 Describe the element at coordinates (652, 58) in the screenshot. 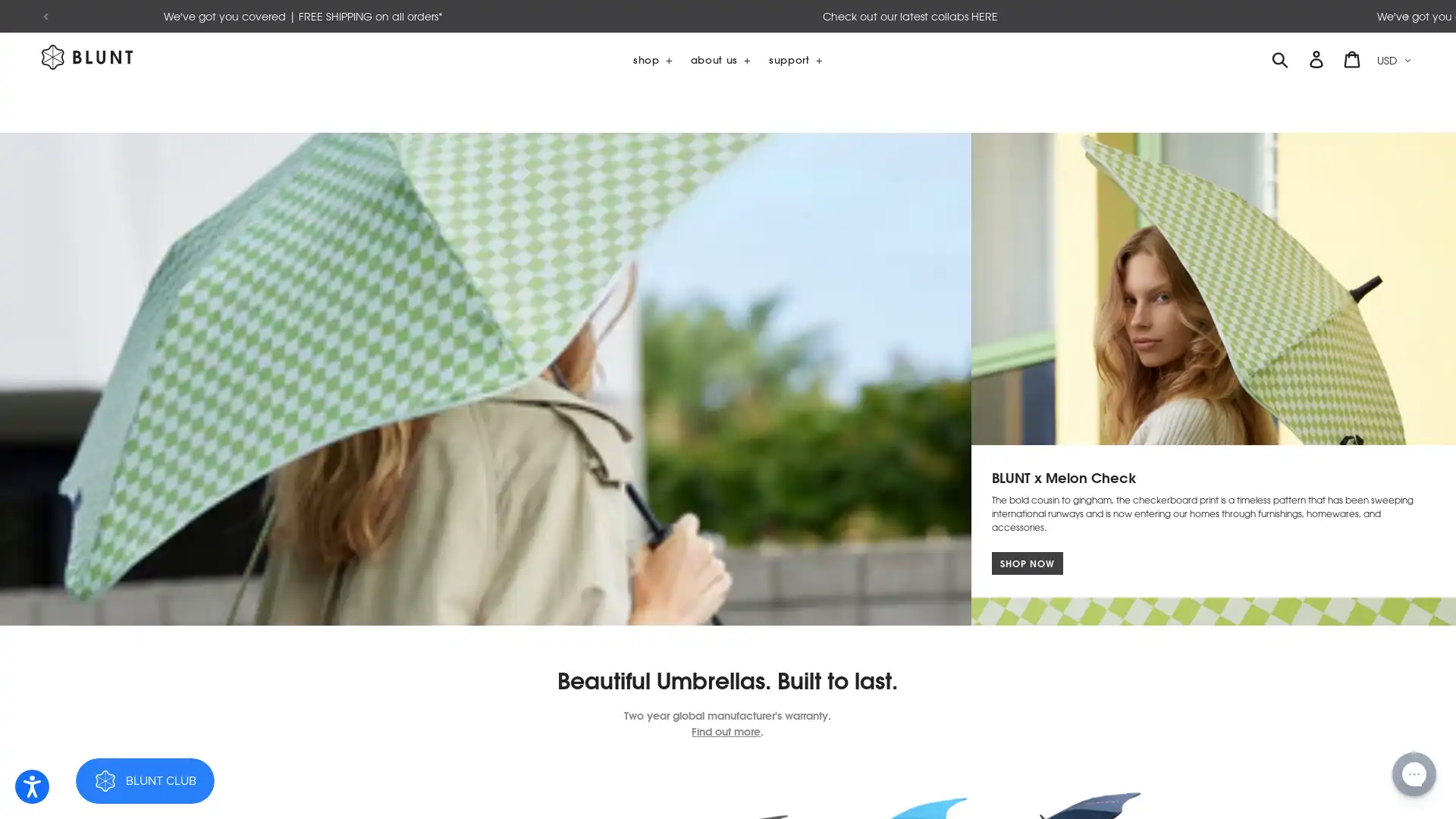

I see `shop` at that location.